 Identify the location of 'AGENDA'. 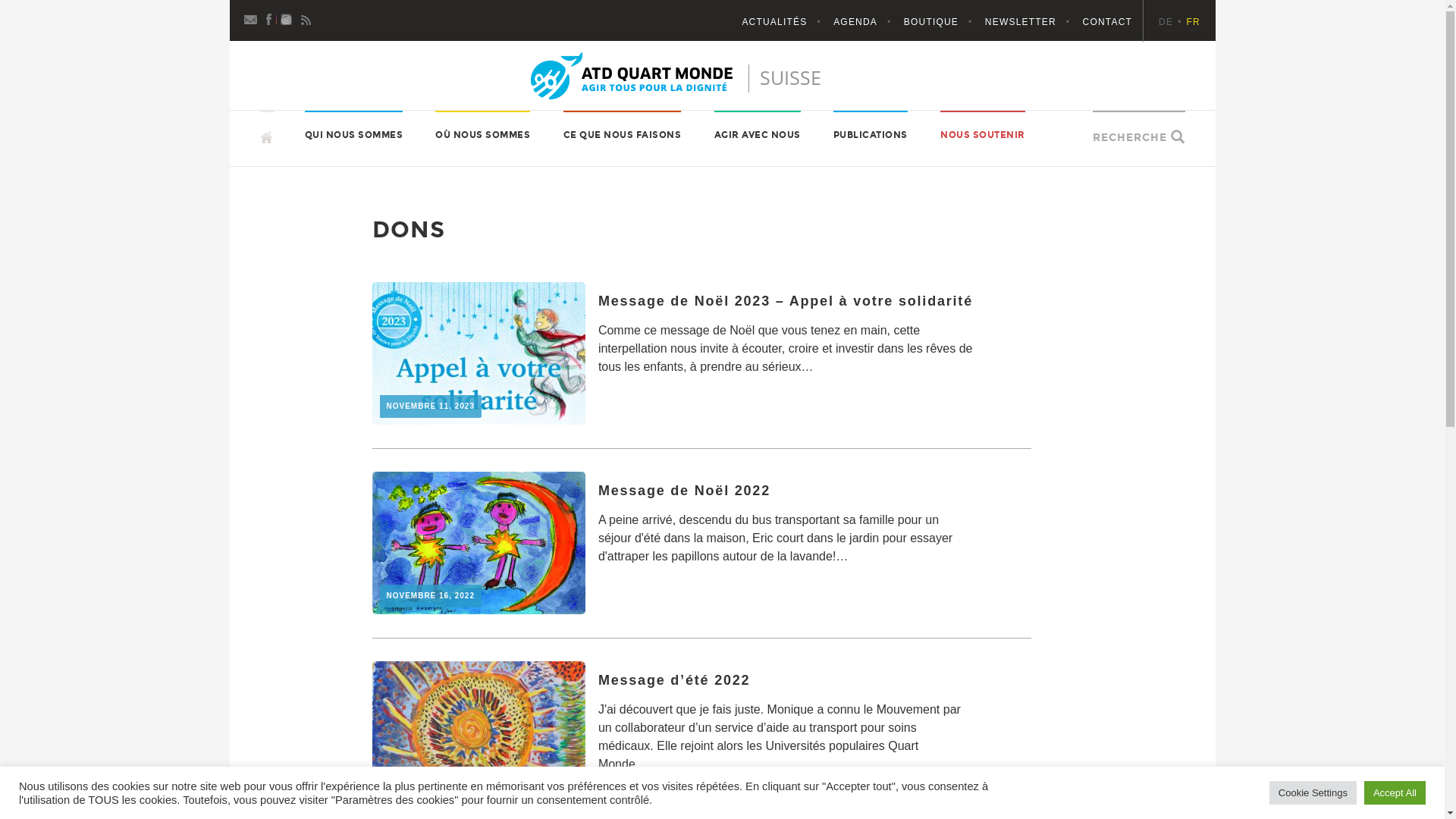
(867, 22).